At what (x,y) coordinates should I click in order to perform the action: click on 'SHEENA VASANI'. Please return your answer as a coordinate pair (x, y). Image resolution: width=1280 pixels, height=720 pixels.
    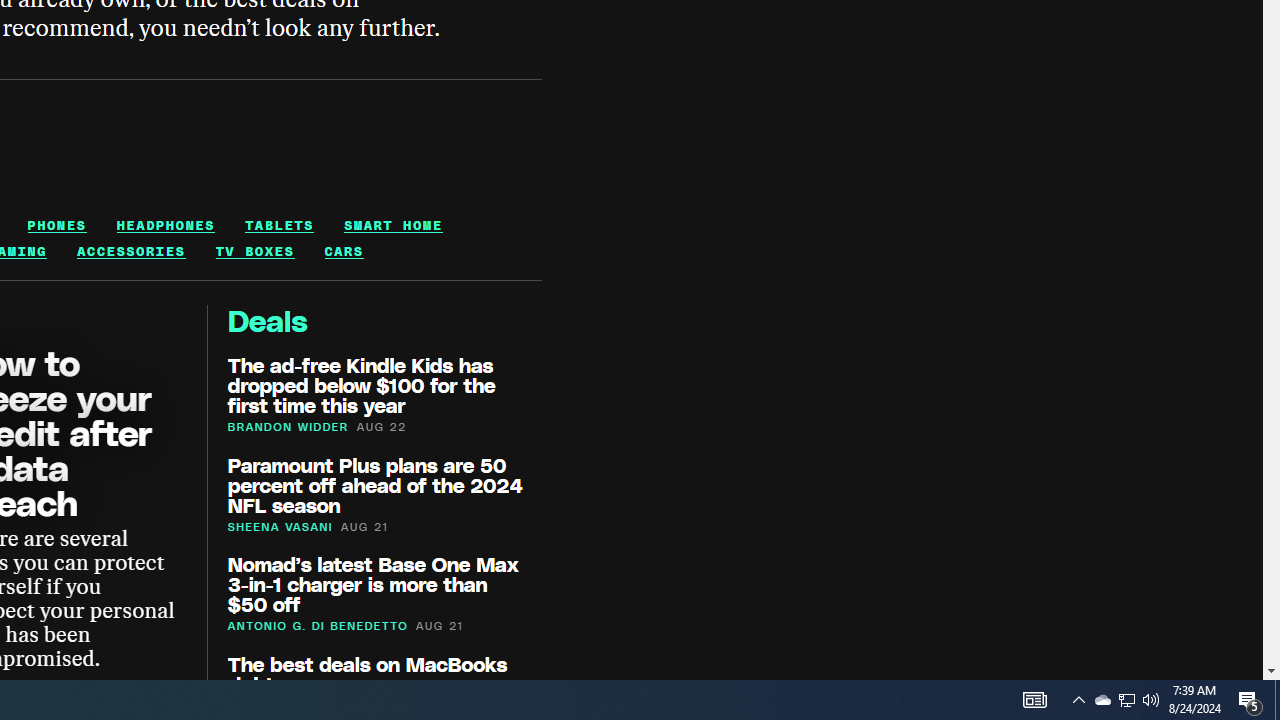
    Looking at the image, I should click on (279, 524).